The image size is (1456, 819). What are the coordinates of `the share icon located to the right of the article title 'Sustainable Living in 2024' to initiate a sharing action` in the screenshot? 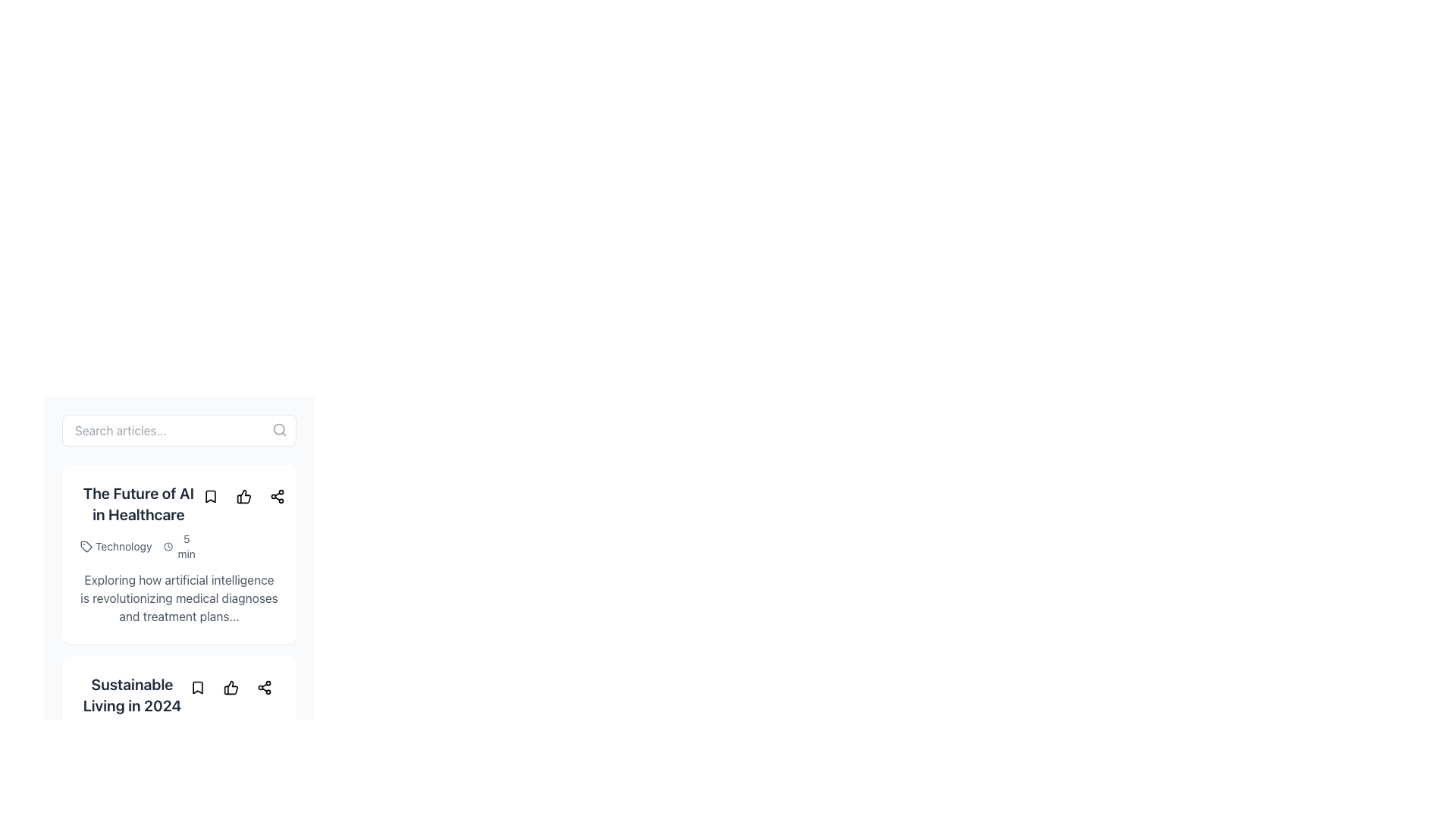 It's located at (265, 687).